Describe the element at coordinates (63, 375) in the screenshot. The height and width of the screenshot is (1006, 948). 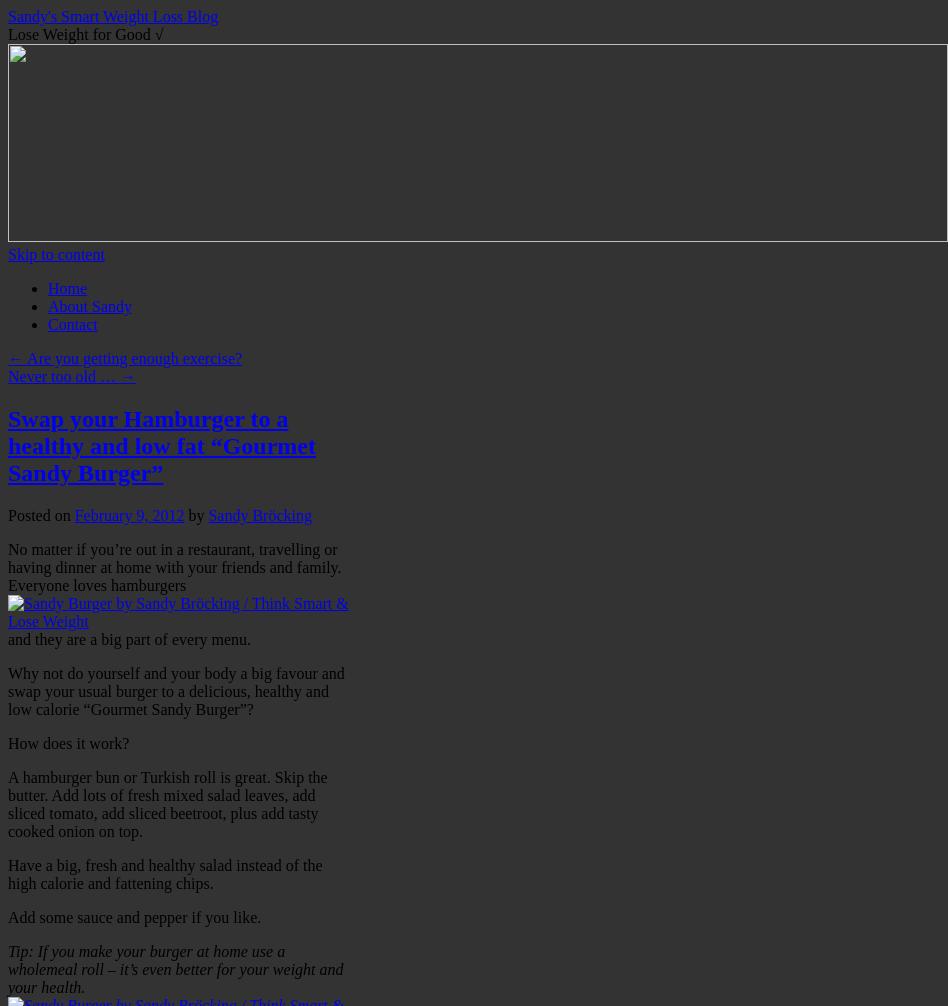
I see `'Never too old …'` at that location.